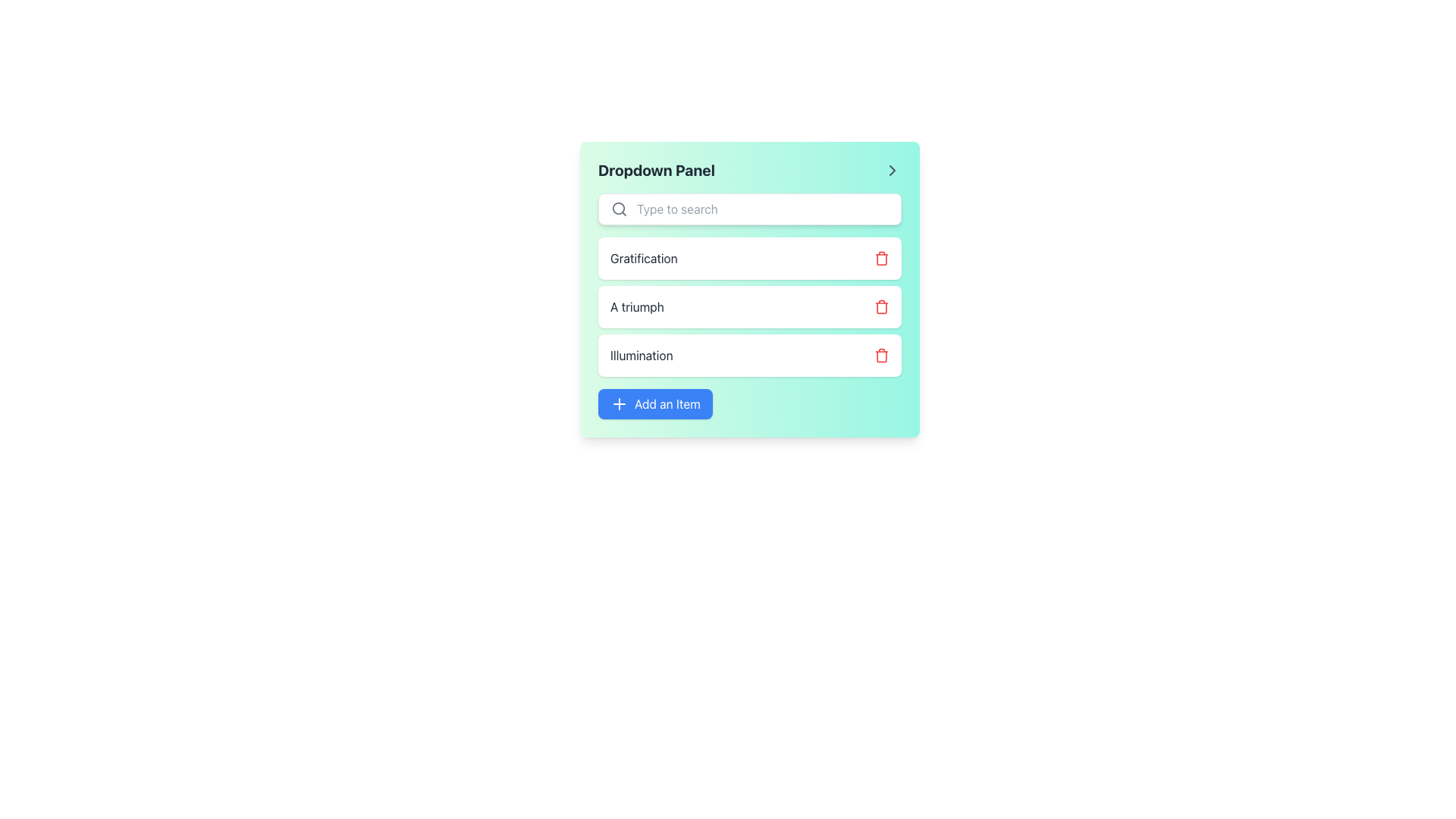 This screenshot has height=819, width=1456. I want to click on the red trash can icon located on the far right side of the 'Gratification' label, so click(881, 257).